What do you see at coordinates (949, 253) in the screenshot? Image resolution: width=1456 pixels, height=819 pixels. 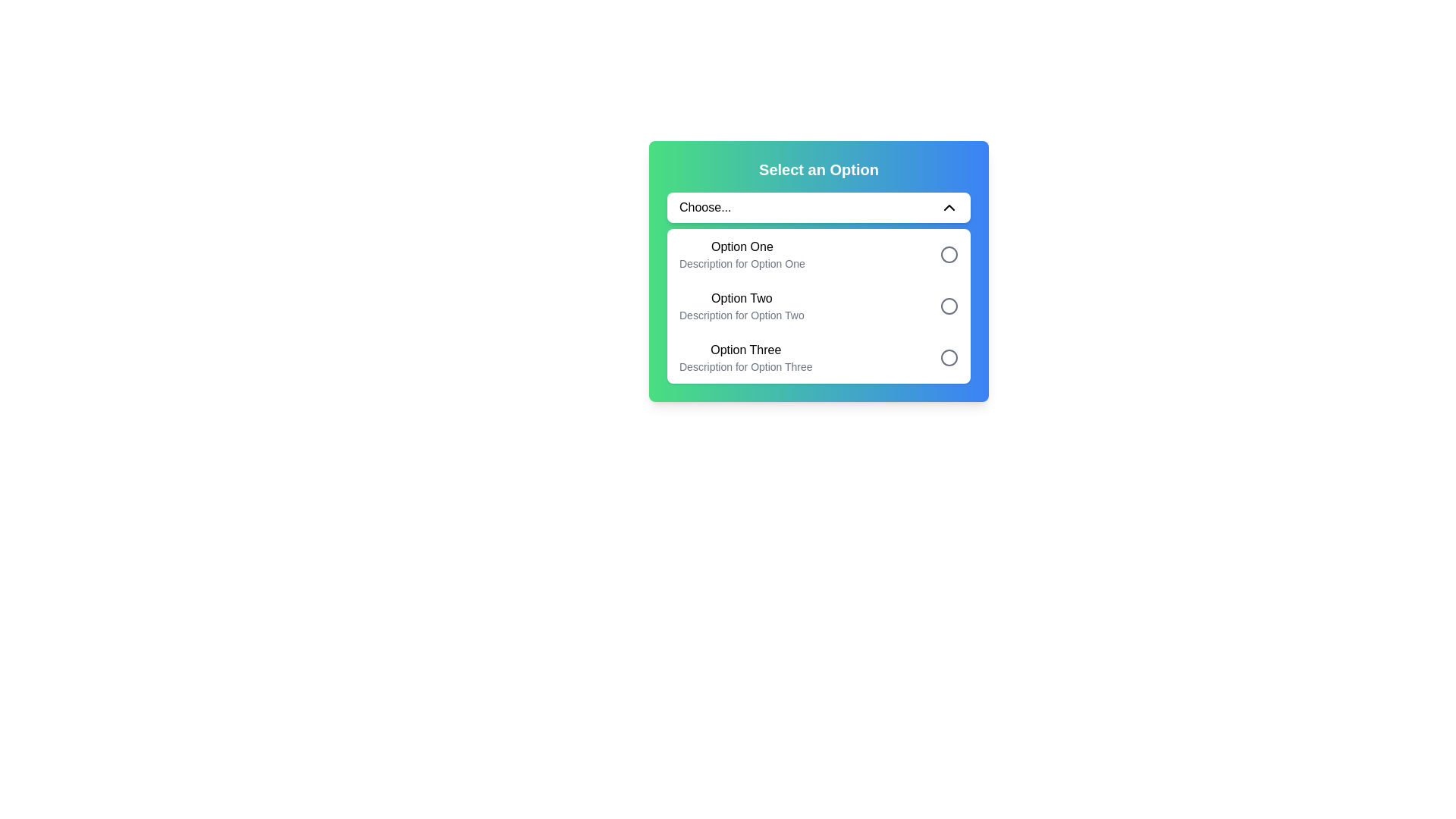 I see `the first radio button to the right of the text 'Option One'` at bounding box center [949, 253].